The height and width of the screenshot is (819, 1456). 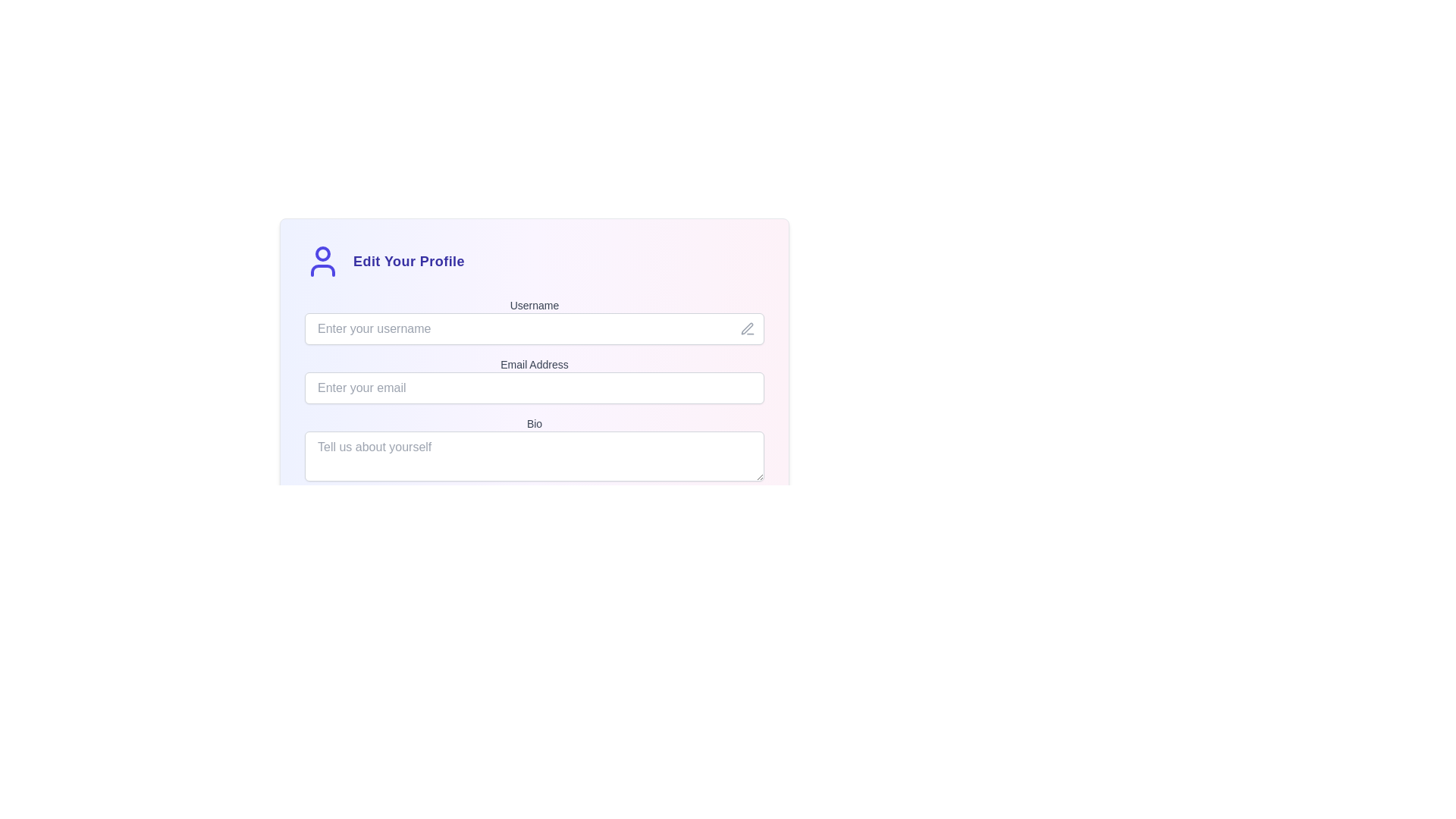 I want to click on the 'Bio' text label, which is a small, bold, gray label positioned above the text input field labeled 'Tell us about yourself', so click(x=535, y=424).